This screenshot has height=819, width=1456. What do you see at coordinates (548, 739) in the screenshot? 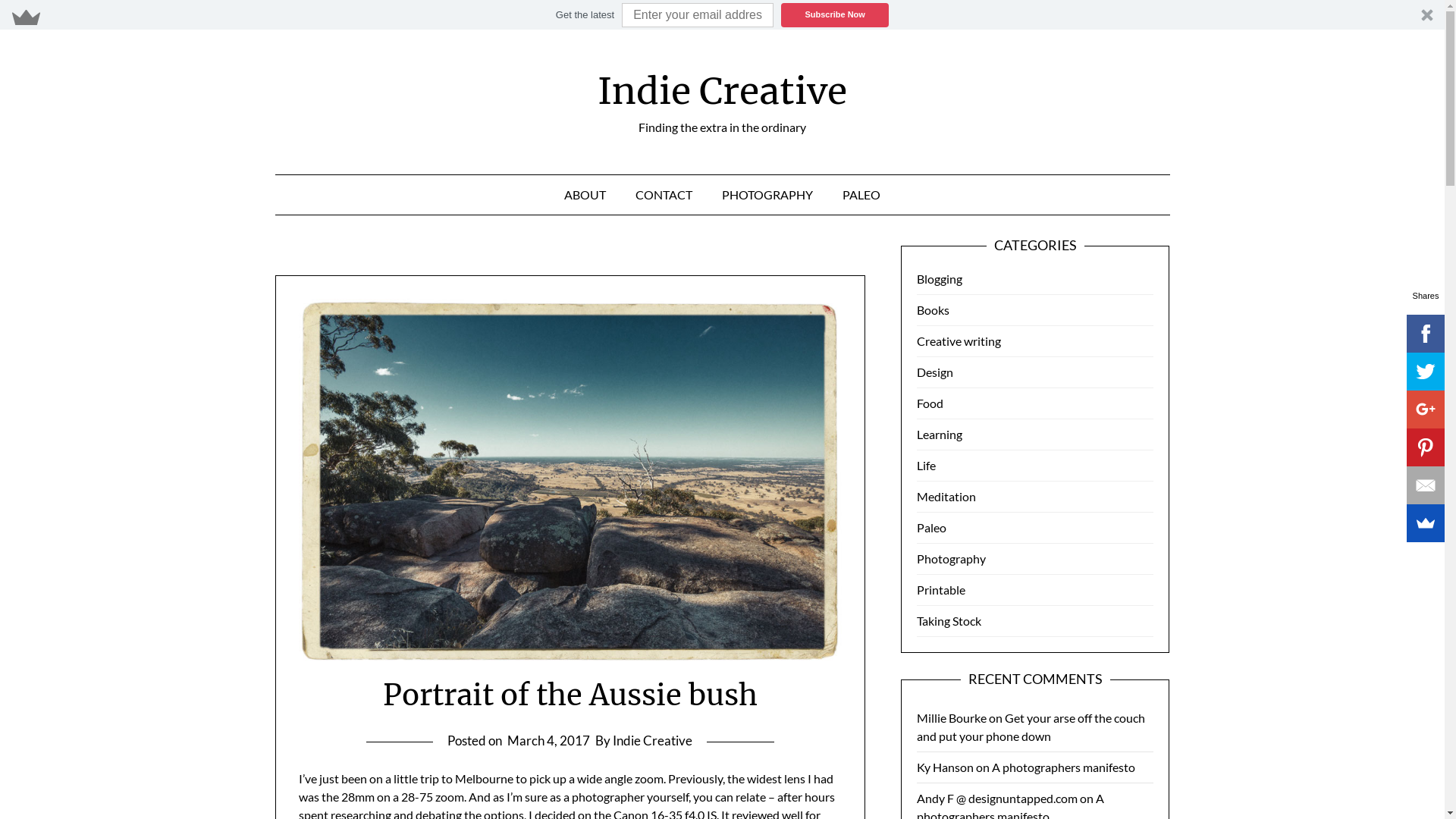
I see `'March 4, 2017'` at bounding box center [548, 739].